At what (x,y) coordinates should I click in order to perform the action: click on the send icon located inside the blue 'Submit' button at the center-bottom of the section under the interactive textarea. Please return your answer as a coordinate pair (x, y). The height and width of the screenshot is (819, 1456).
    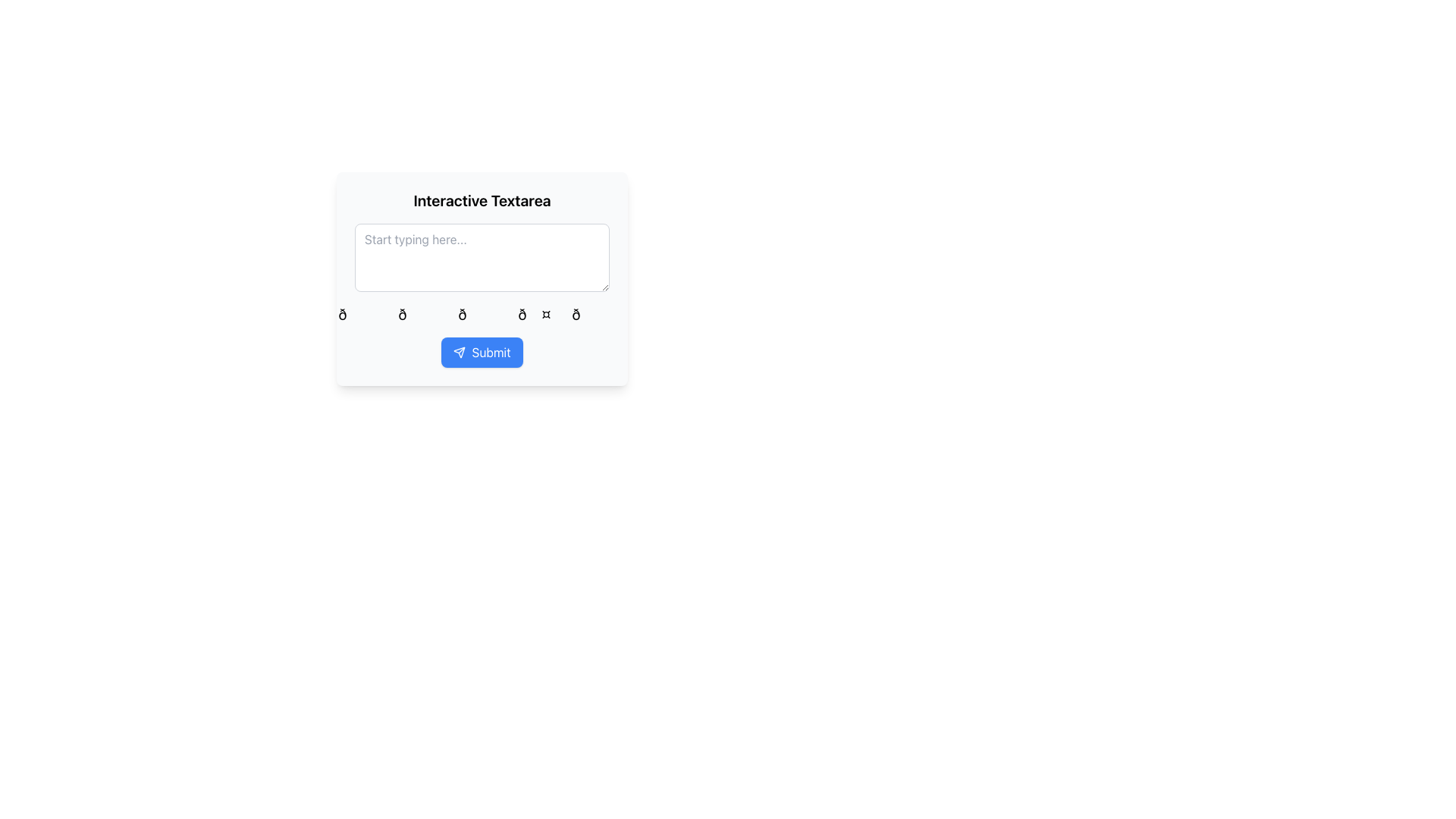
    Looking at the image, I should click on (459, 353).